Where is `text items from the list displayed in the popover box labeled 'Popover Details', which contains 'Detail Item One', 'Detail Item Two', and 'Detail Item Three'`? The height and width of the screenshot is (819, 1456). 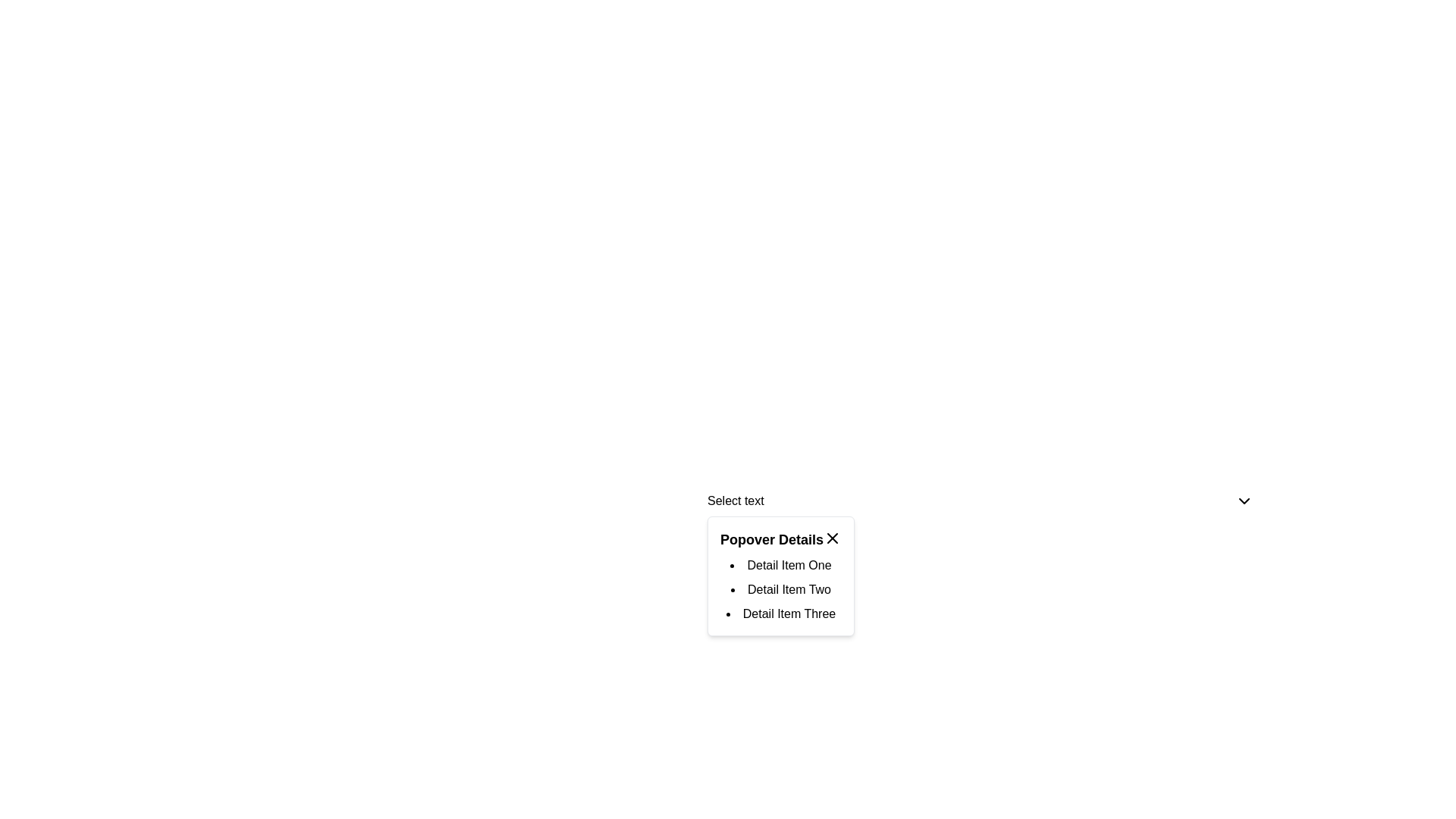 text items from the list displayed in the popover box labeled 'Popover Details', which contains 'Detail Item One', 'Detail Item Two', and 'Detail Item Three' is located at coordinates (781, 589).